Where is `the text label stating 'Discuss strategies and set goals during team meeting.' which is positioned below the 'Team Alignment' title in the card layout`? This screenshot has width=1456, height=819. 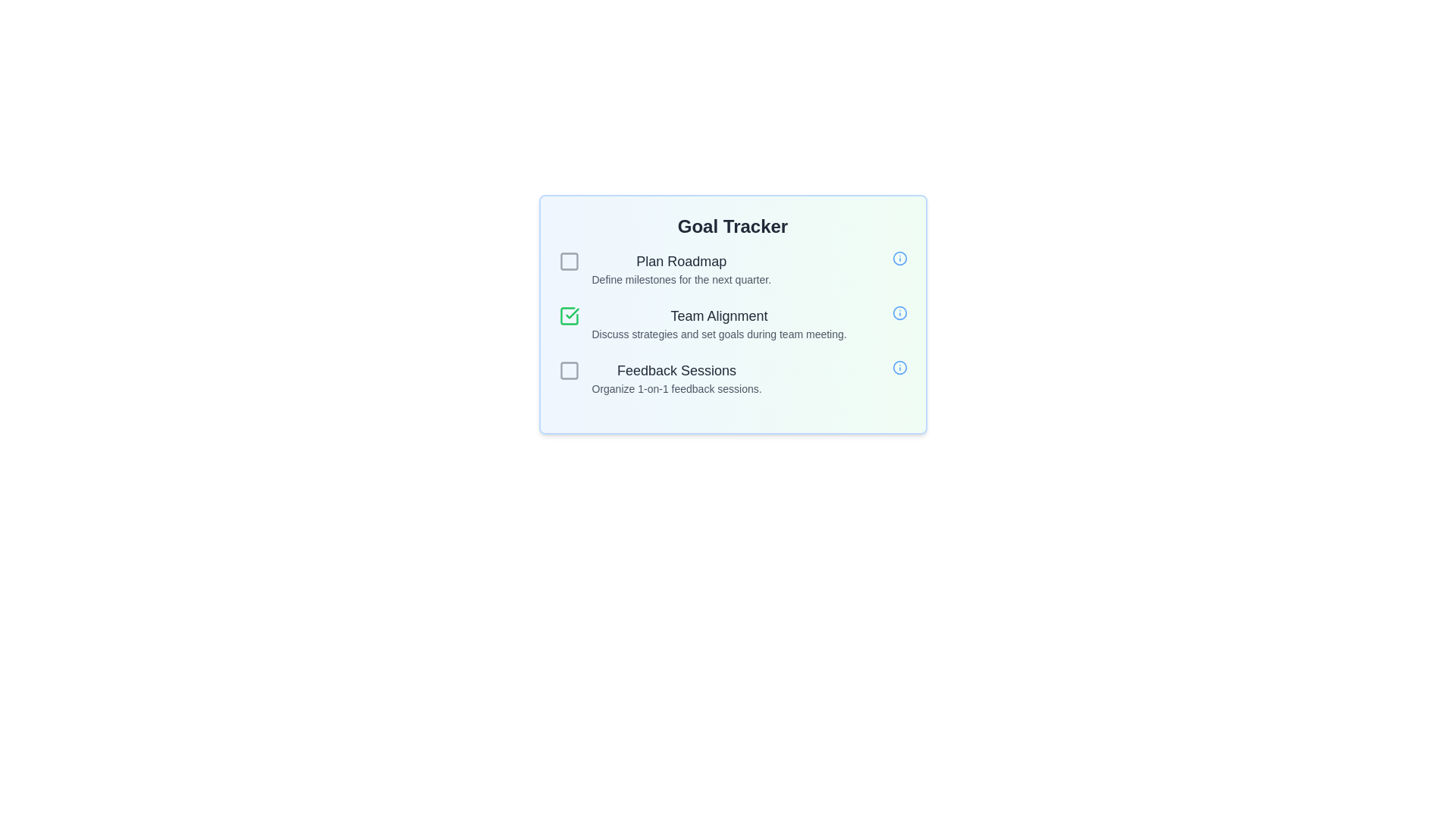
the text label stating 'Discuss strategies and set goals during team meeting.' which is positioned below the 'Team Alignment' title in the card layout is located at coordinates (718, 333).